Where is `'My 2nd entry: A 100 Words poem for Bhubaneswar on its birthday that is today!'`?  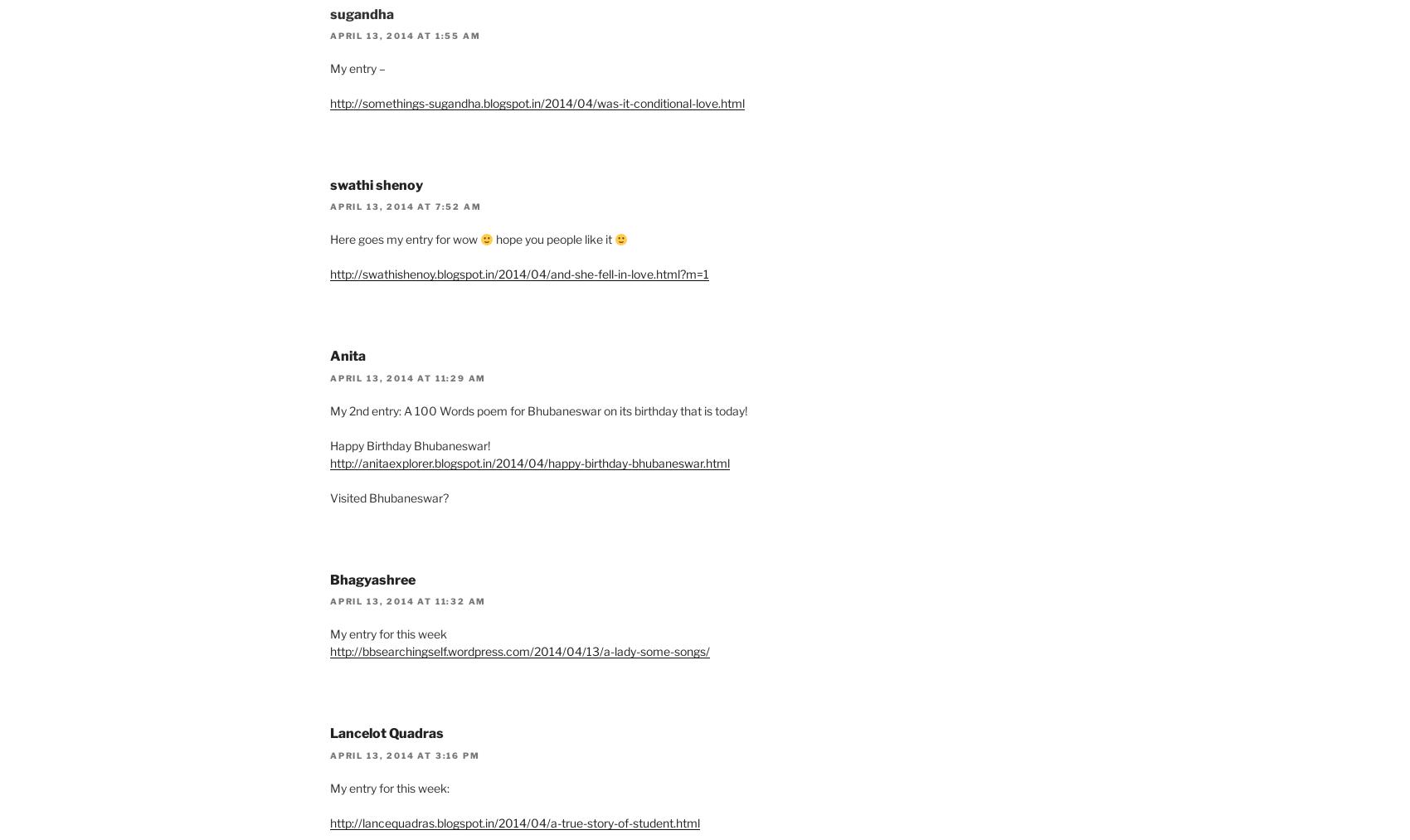
'My 2nd entry: A 100 Words poem for Bhubaneswar on its birthday that is today!' is located at coordinates (538, 409).